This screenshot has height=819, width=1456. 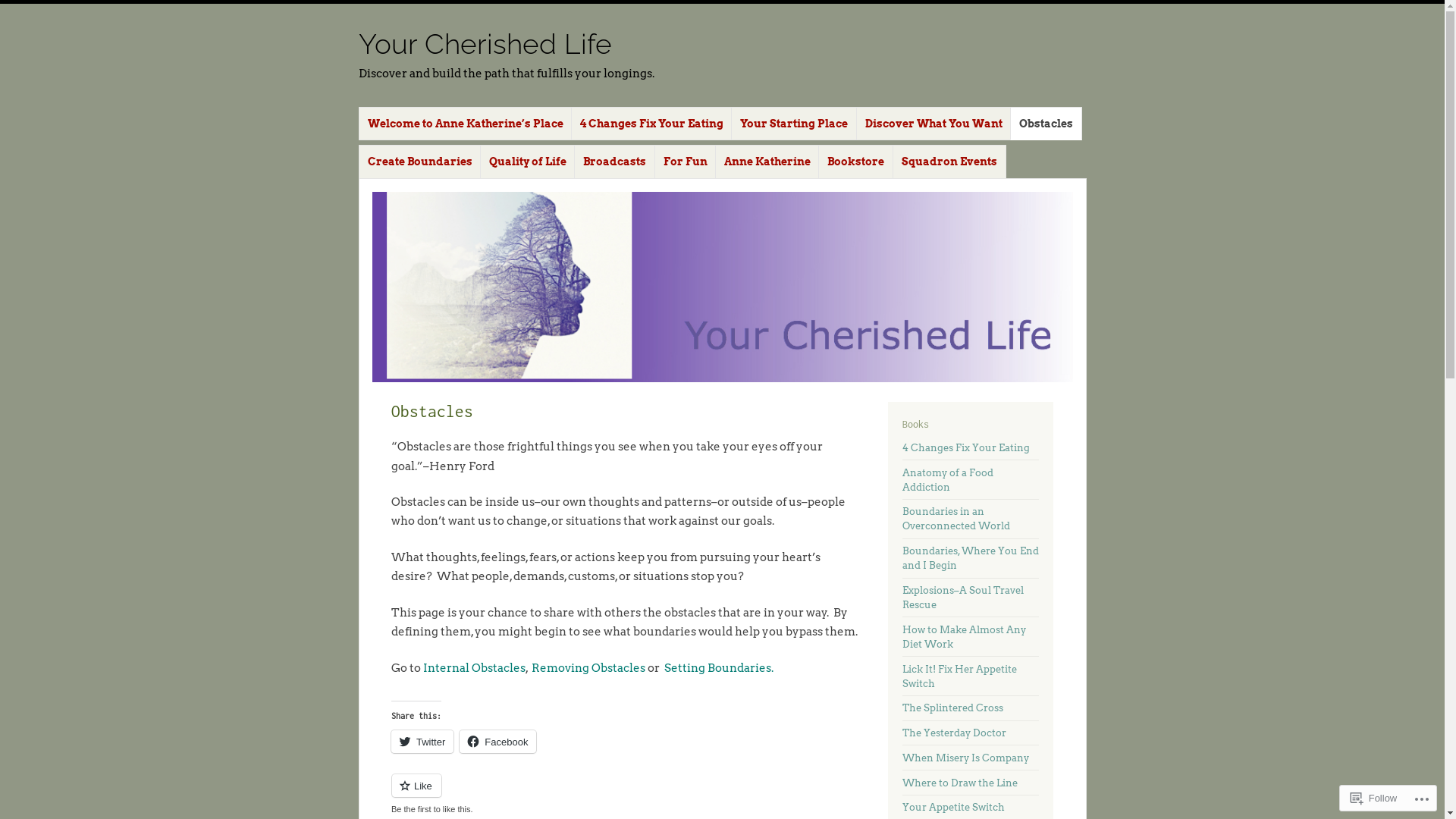 What do you see at coordinates (1374, 797) in the screenshot?
I see `'Follow'` at bounding box center [1374, 797].